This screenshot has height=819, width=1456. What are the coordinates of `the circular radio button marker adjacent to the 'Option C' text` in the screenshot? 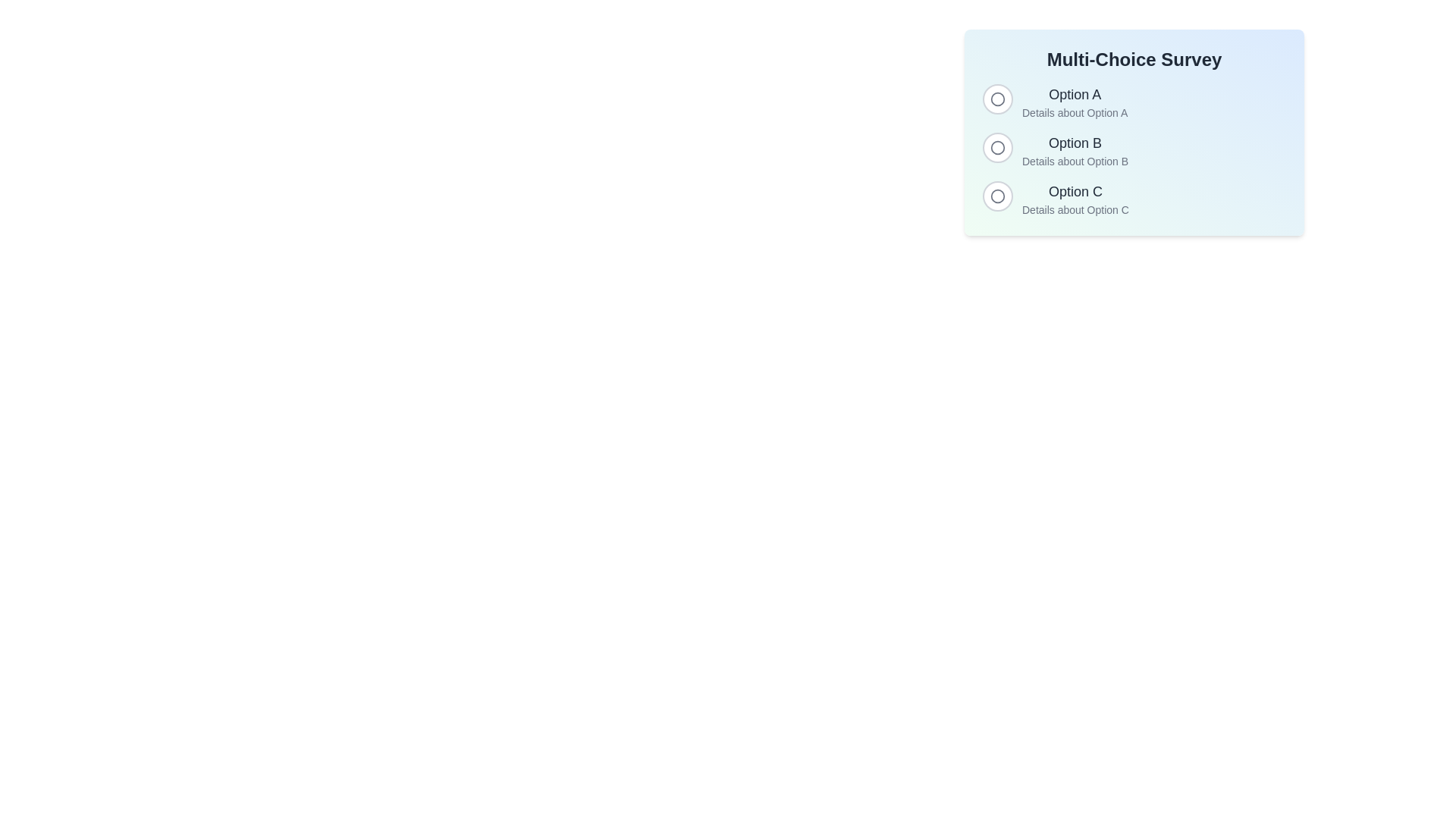 It's located at (997, 195).